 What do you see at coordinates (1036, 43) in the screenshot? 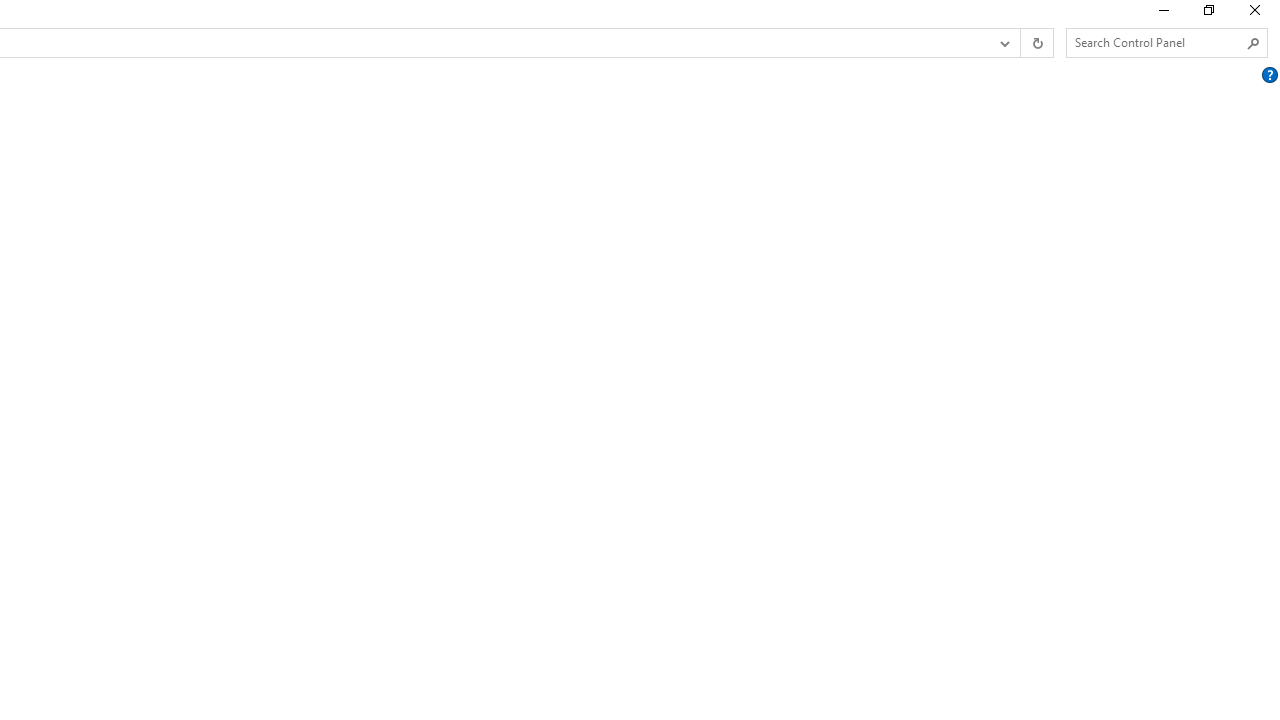
I see `'Refresh "Storage Spaces" (F5)'` at bounding box center [1036, 43].